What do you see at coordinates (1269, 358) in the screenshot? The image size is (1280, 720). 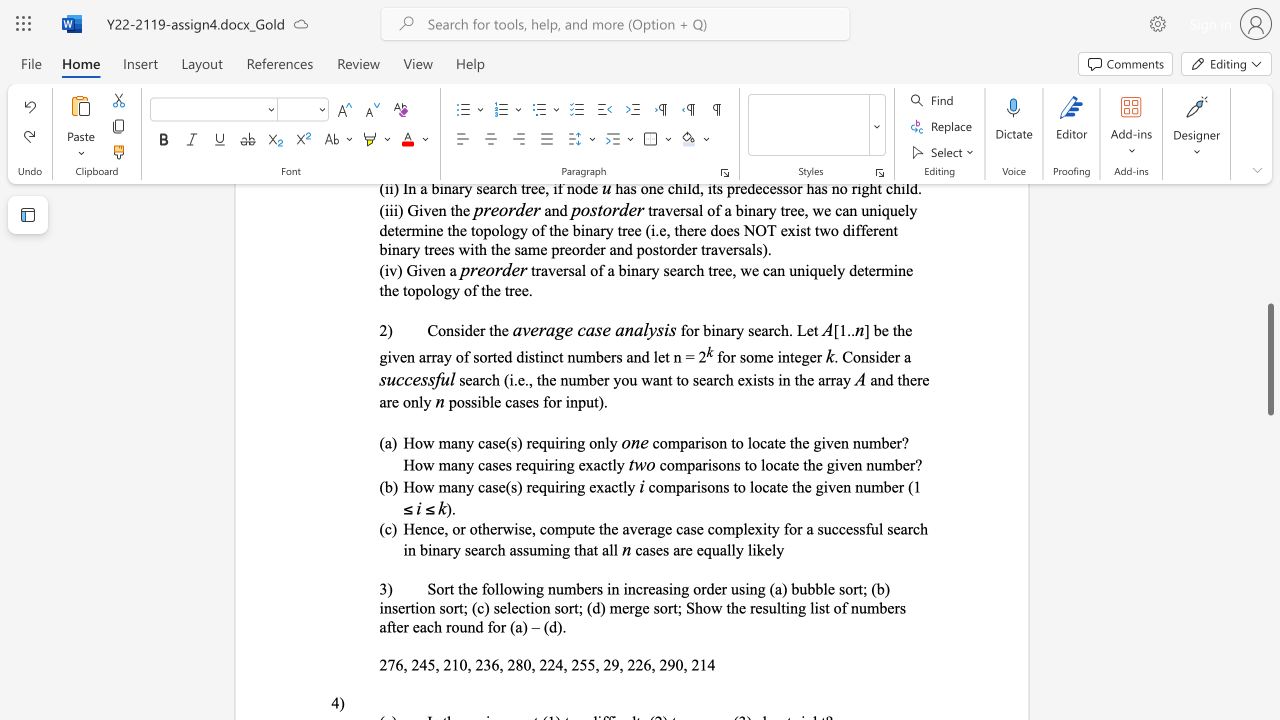 I see `the scrollbar and move down 290 pixels` at bounding box center [1269, 358].